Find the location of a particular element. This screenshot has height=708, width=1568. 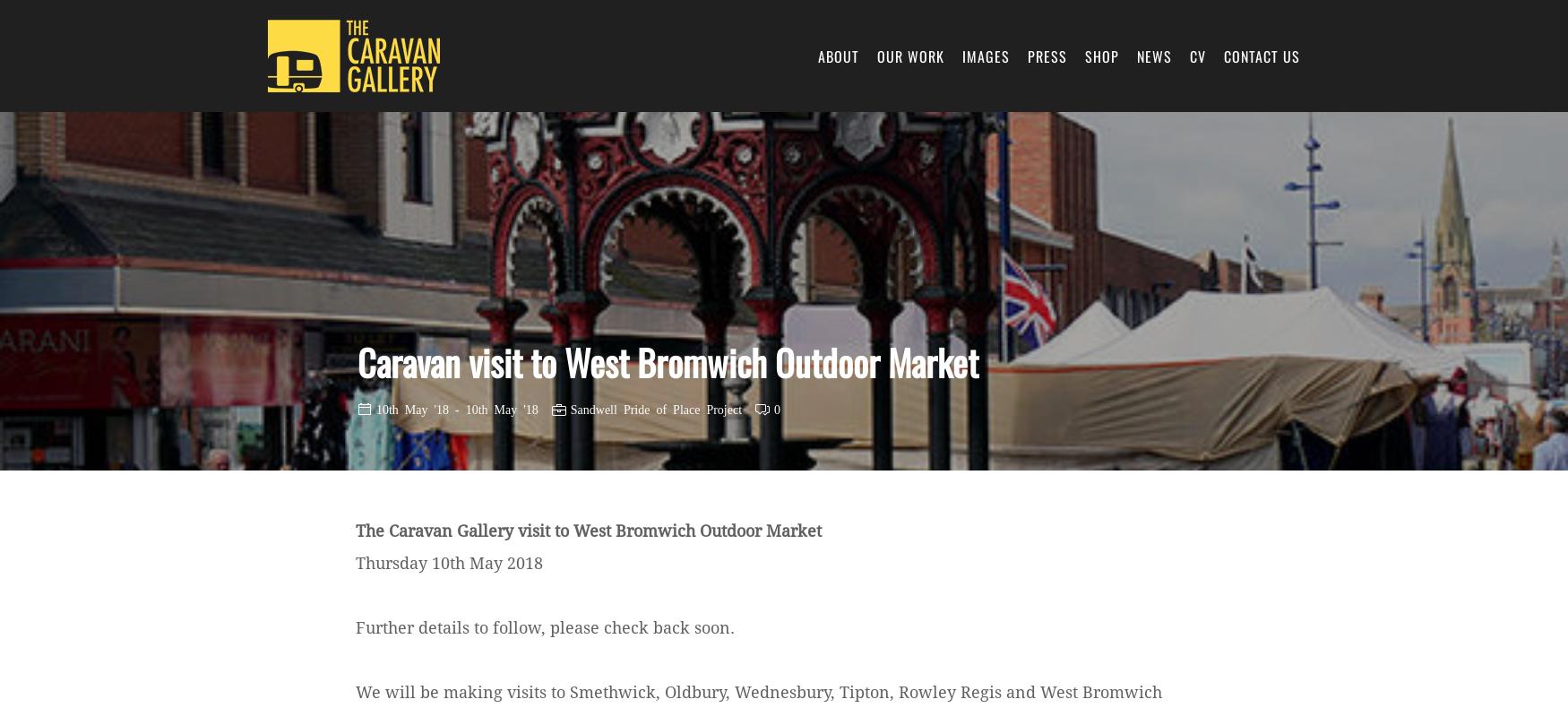

'10th May '18 - 10th May '18' is located at coordinates (374, 407).